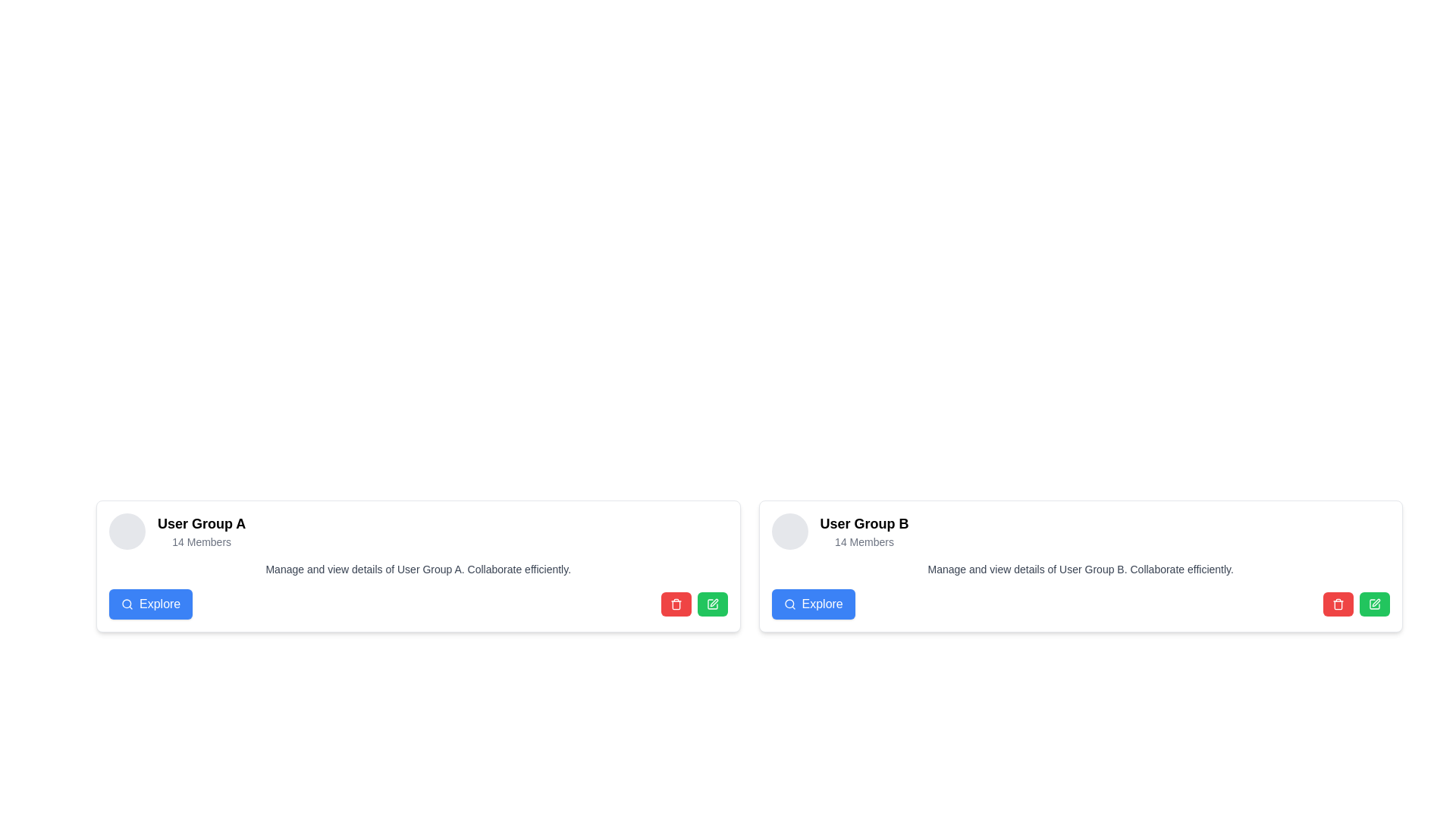 Image resolution: width=1456 pixels, height=819 pixels. I want to click on the text label that contains 'Manage and view details of User Group A. Collaborate efficiently.' positioned below the main heading and above the interactive buttons, so click(418, 570).